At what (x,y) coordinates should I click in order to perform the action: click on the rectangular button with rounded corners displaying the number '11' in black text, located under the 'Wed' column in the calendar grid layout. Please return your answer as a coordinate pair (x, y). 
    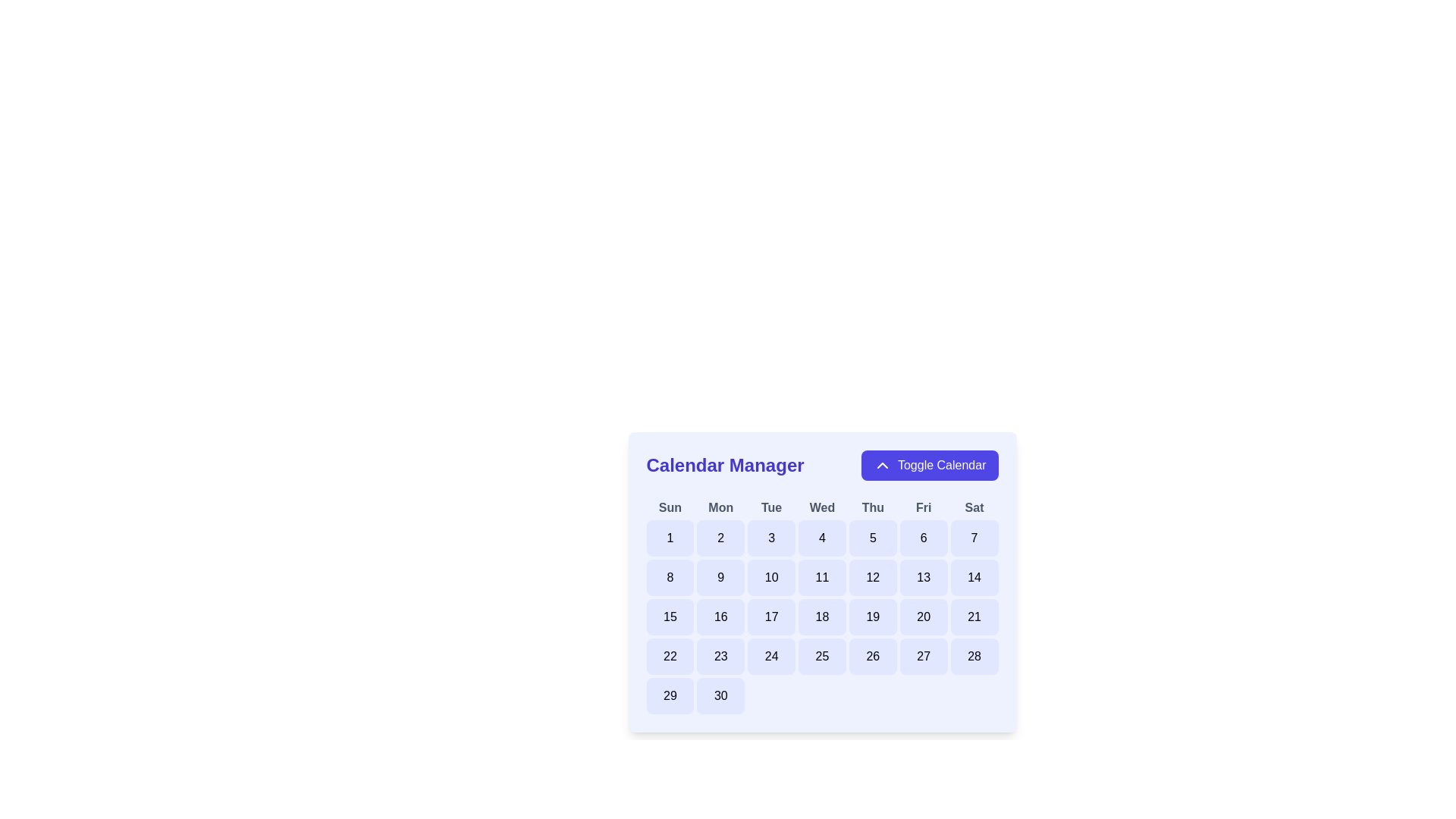
    Looking at the image, I should click on (821, 578).